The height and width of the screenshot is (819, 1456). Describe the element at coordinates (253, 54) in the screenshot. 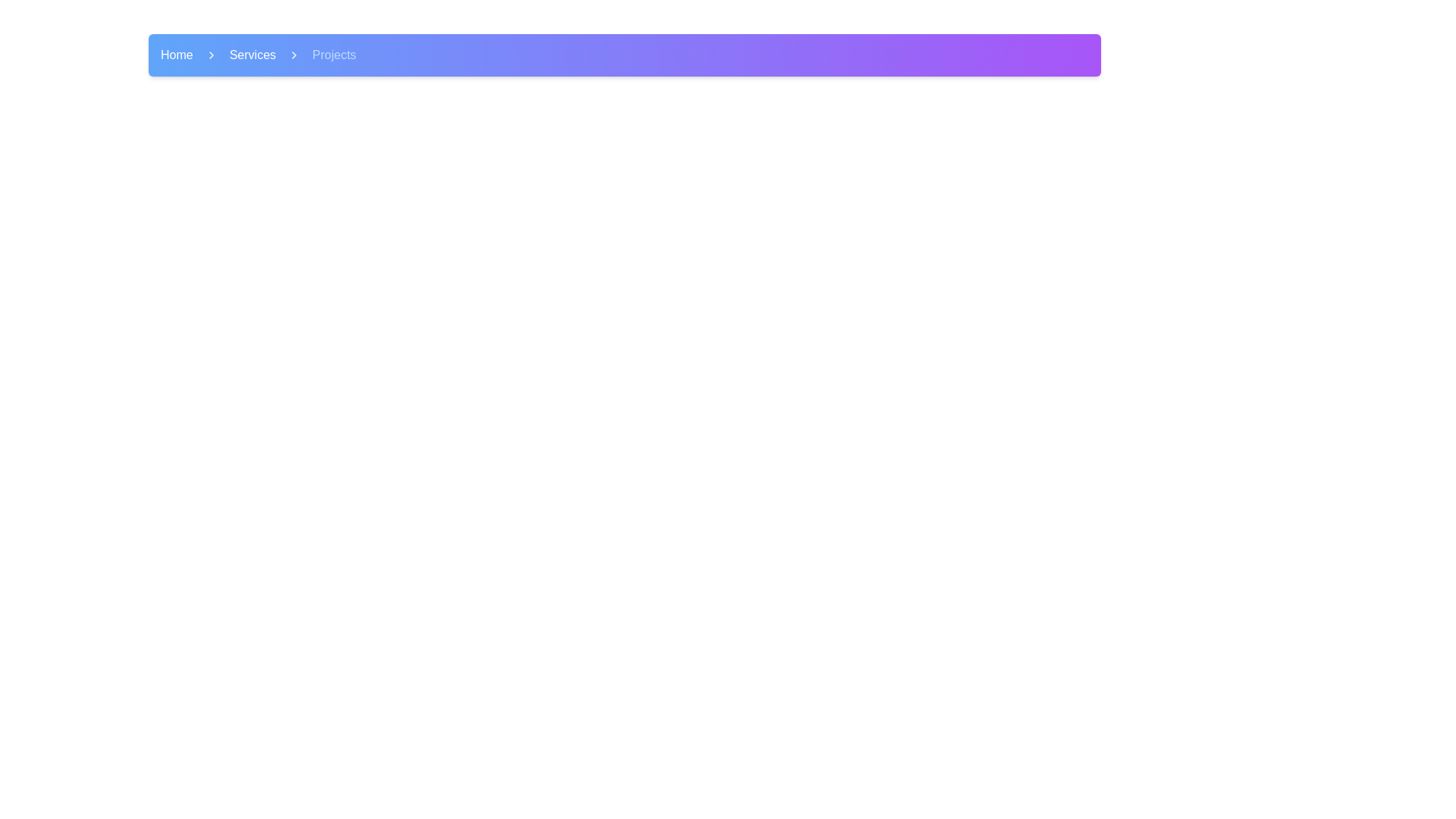

I see `the clickable text link labeled 'Services' located in the light blue navigation bar` at that location.